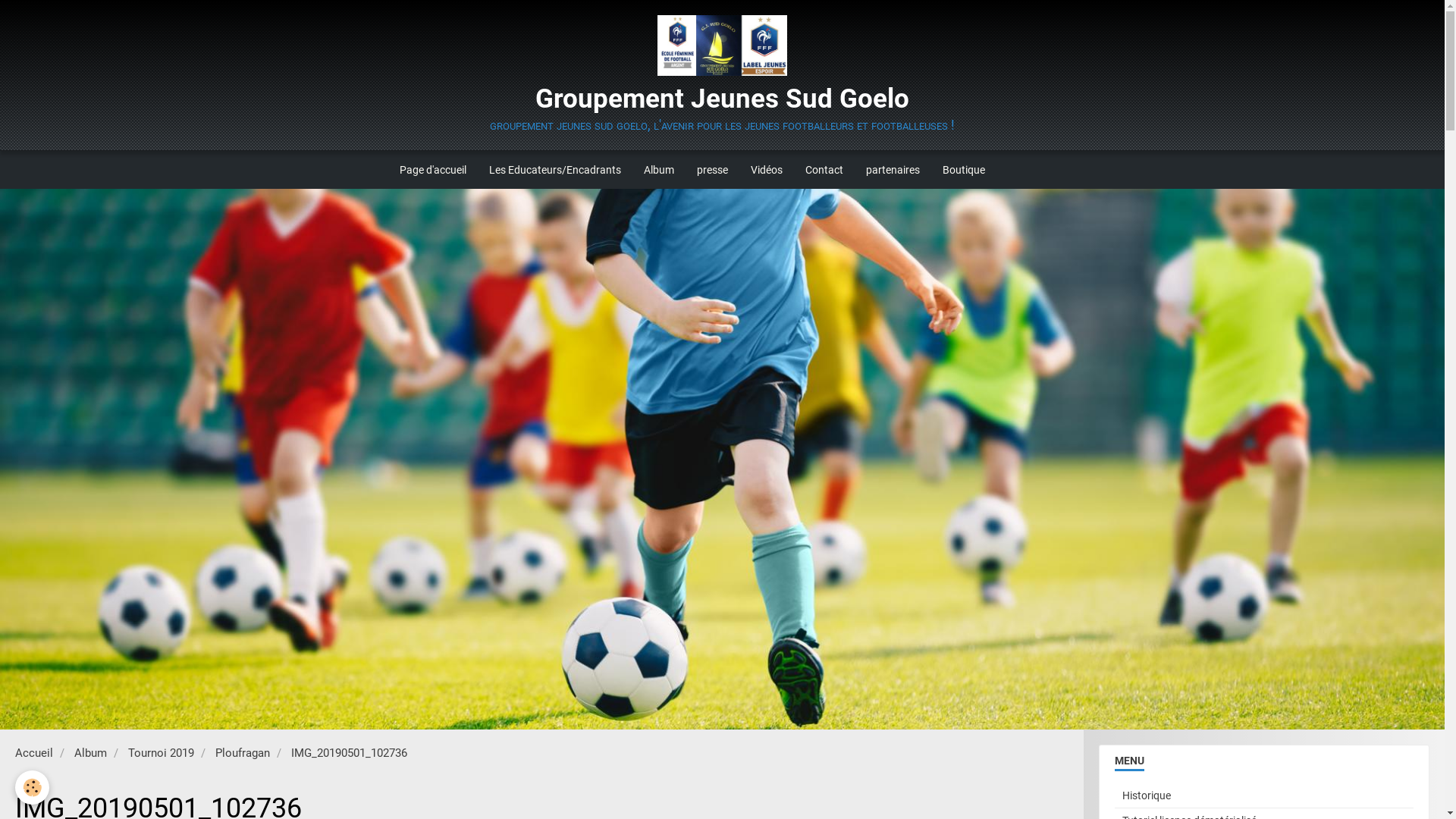  What do you see at coordinates (658, 169) in the screenshot?
I see `'Album'` at bounding box center [658, 169].